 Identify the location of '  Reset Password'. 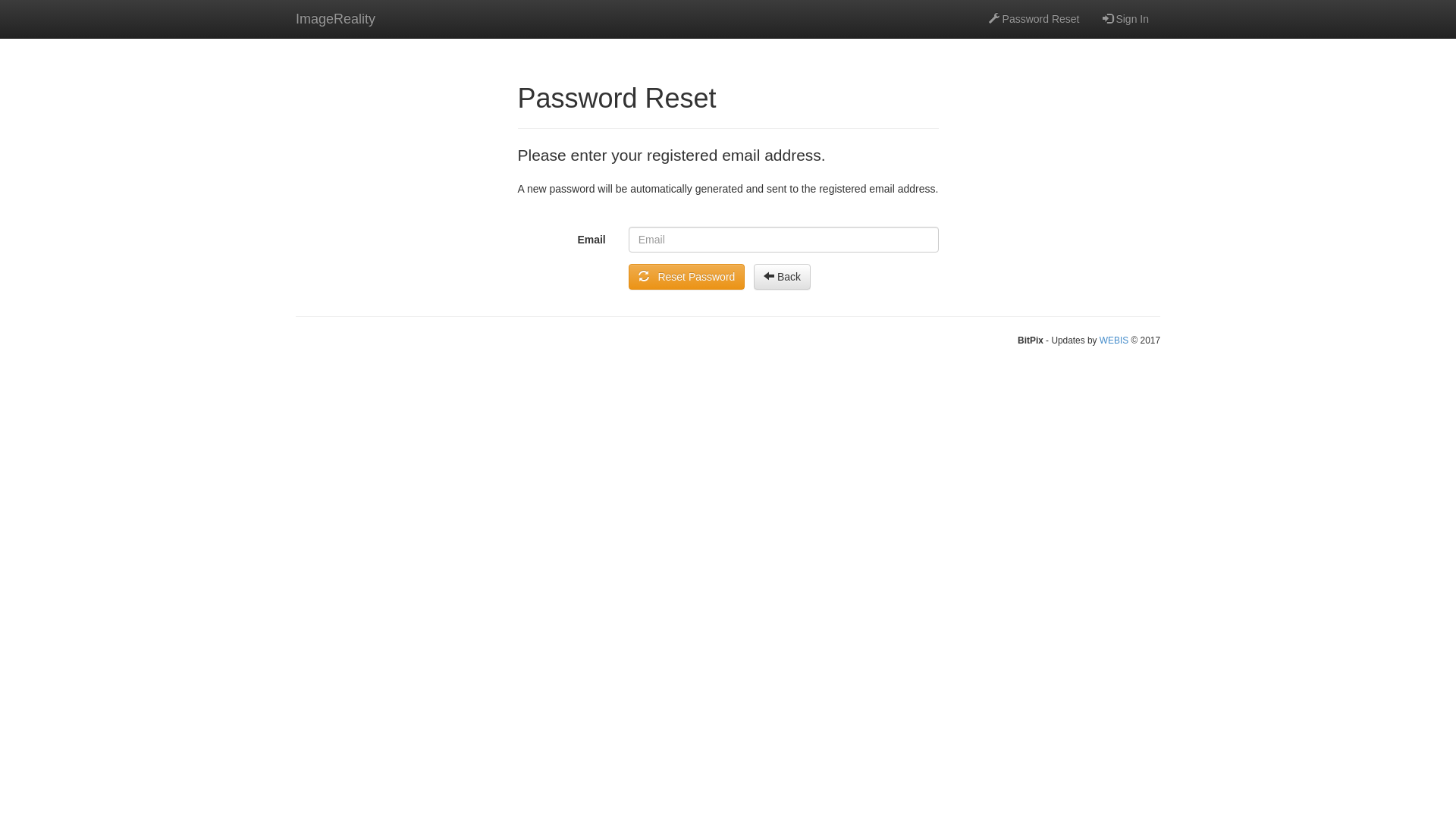
(686, 277).